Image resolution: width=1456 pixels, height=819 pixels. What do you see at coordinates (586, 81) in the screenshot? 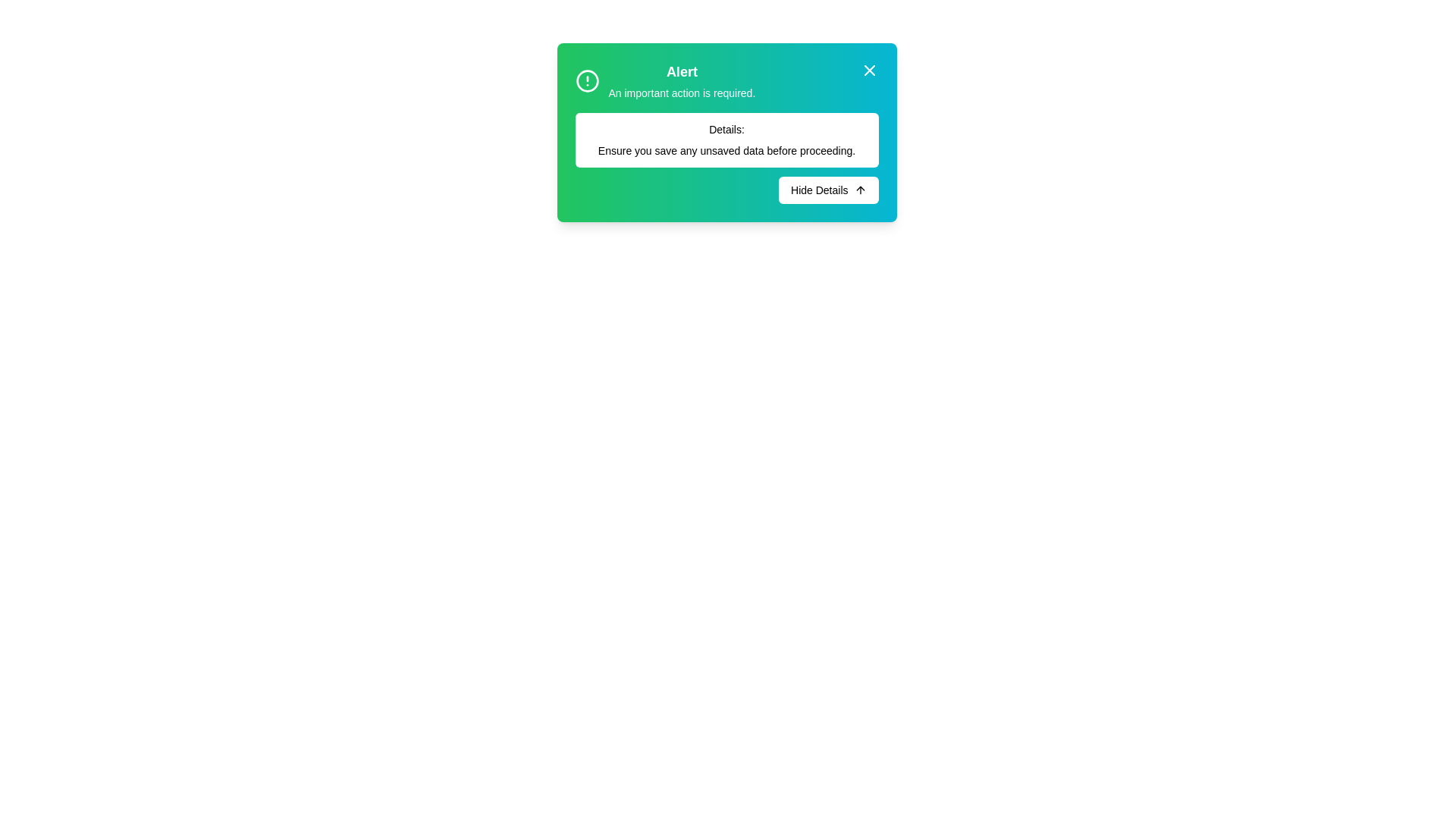
I see `the circular SVG graphic located in the upper-left corner of the alert dialog box, which serves as a visual indicator for alerts` at bounding box center [586, 81].